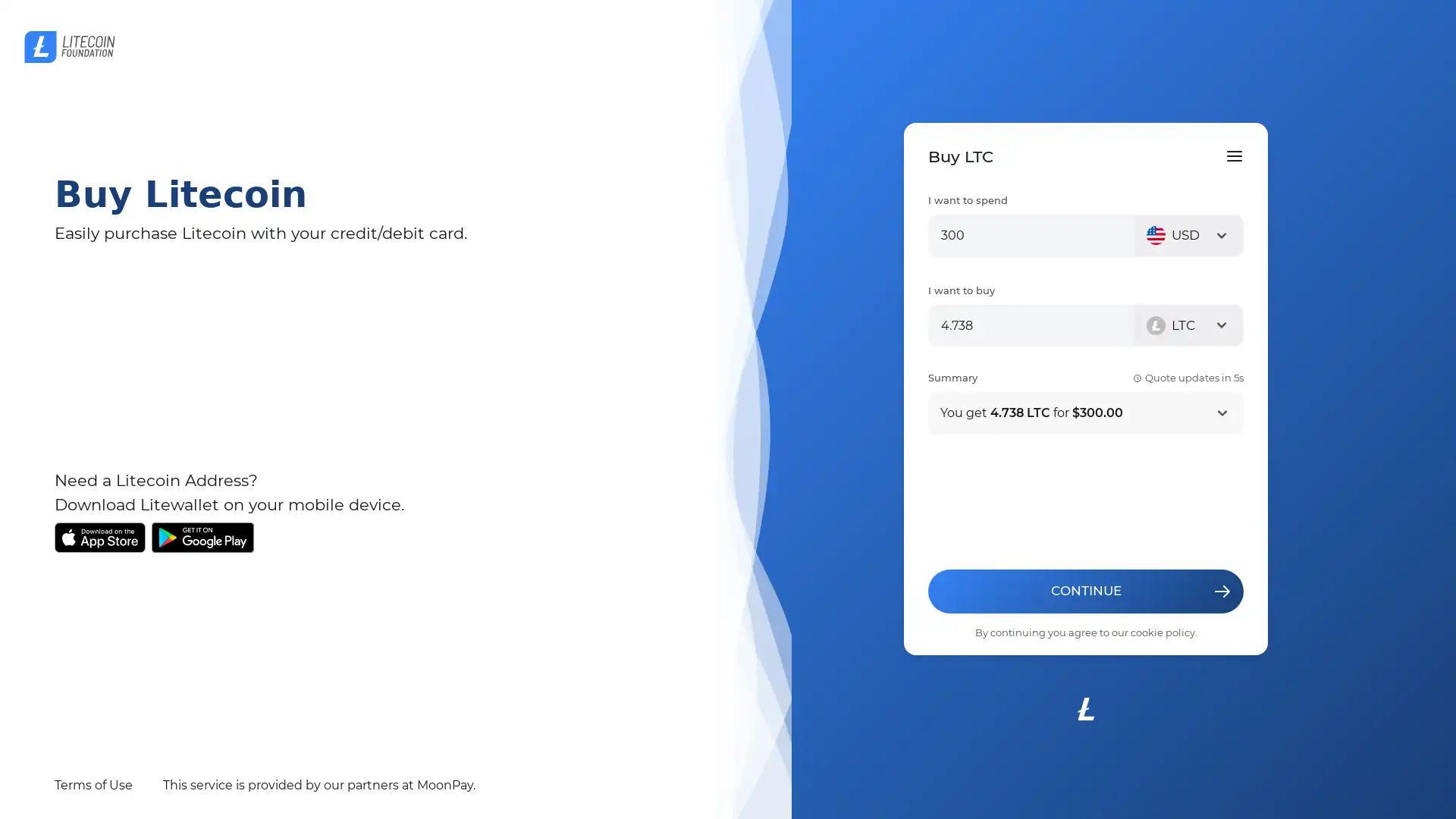 The image size is (1456, 819). What do you see at coordinates (1187, 324) in the screenshot?
I see `LTC` at bounding box center [1187, 324].